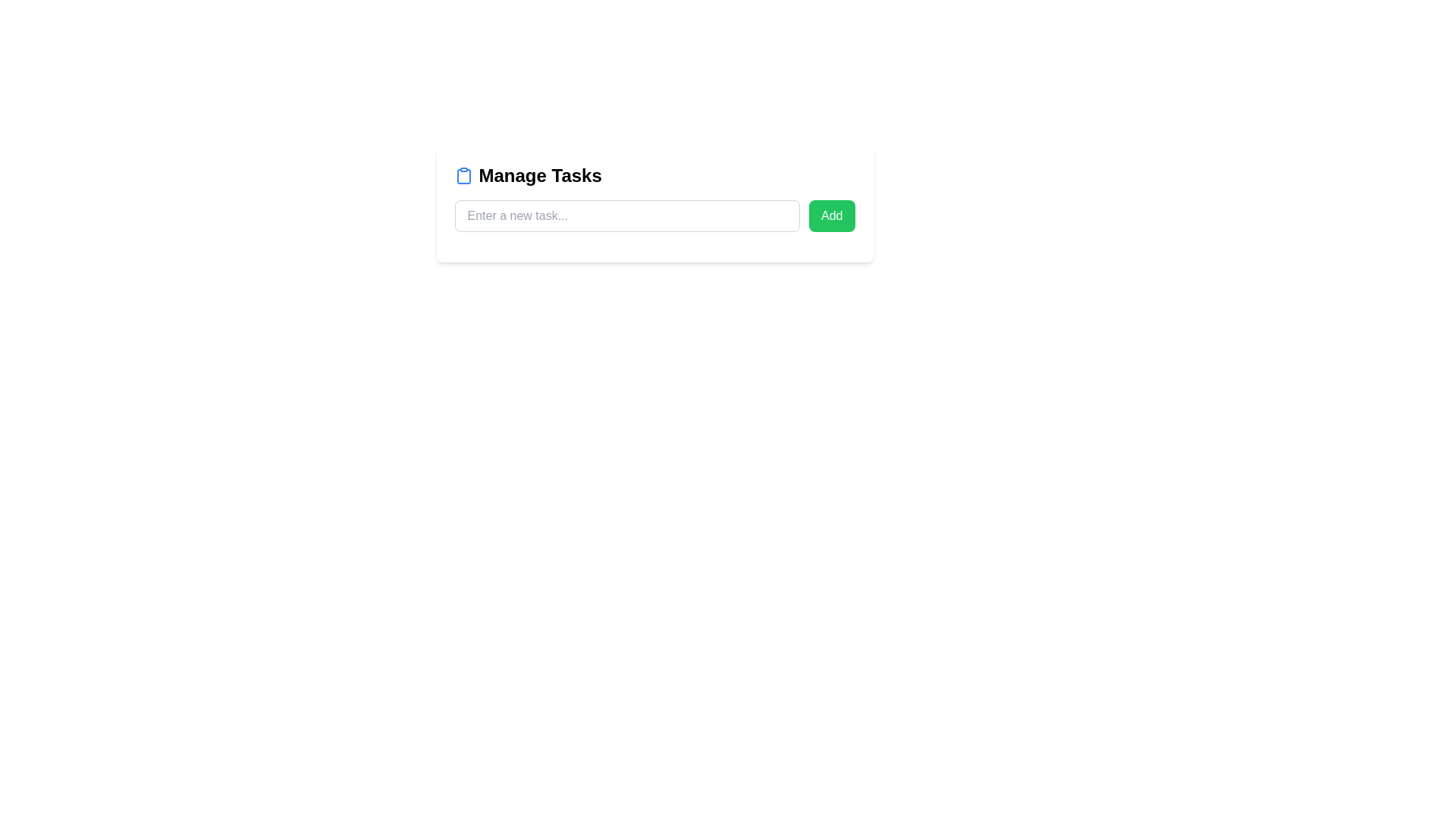 This screenshot has width=1456, height=819. Describe the element at coordinates (627, 216) in the screenshot. I see `text into the text input field styled with rounded corners and a light gray border, located under the 'Manage Tasks' heading, directly preceding the green 'Add' button` at that location.